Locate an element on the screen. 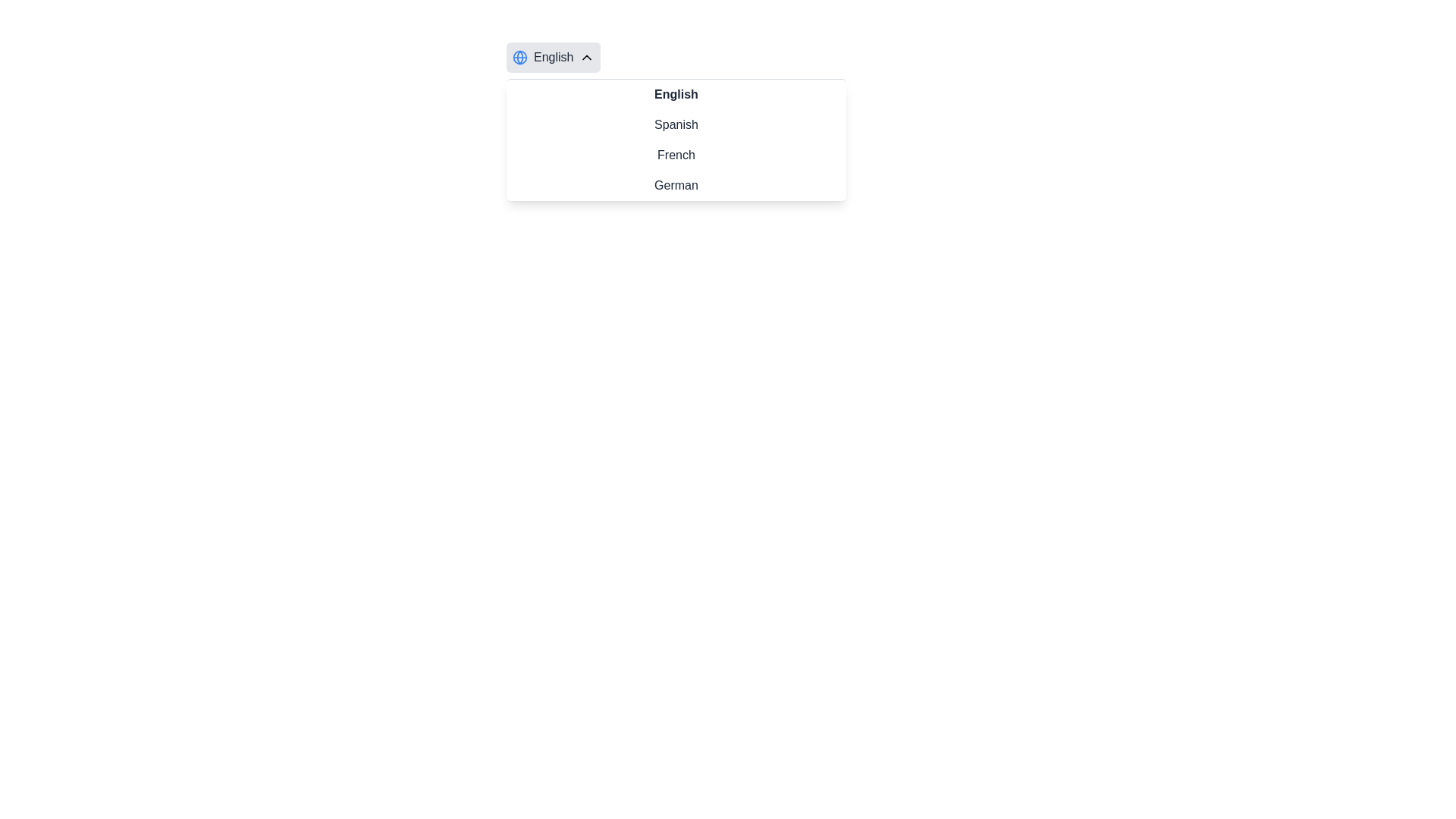  the chevron icon button located in the top-right corner of the 'English' UI component is located at coordinates (586, 57).